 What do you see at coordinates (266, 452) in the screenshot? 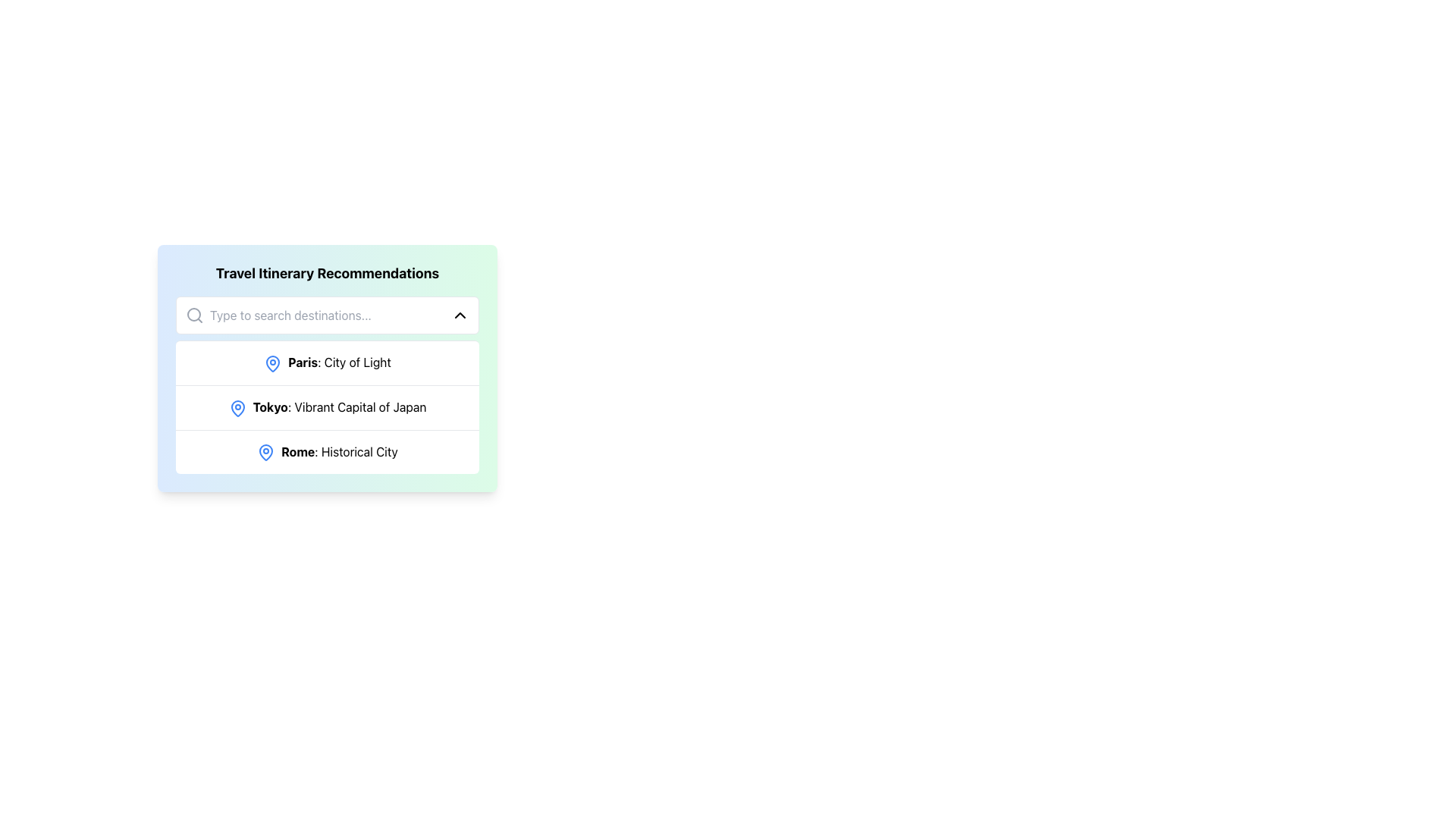
I see `the blue map pin-shaped icon located to the left of the text 'Rome: Historical City' in the 'Travel Itinerary Recommendations' section` at bounding box center [266, 452].